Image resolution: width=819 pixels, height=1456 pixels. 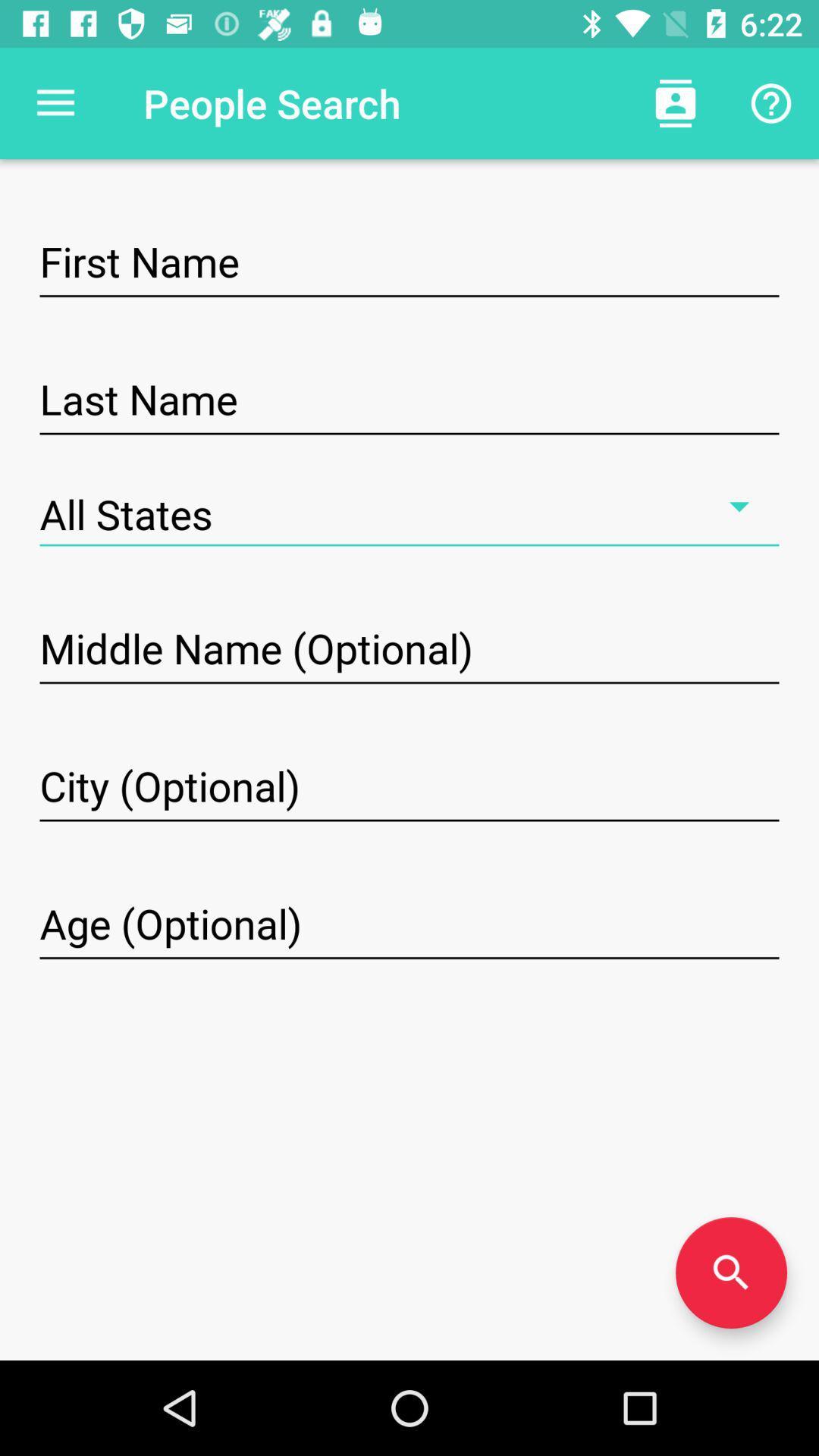 What do you see at coordinates (730, 1272) in the screenshot?
I see `the search icon` at bounding box center [730, 1272].